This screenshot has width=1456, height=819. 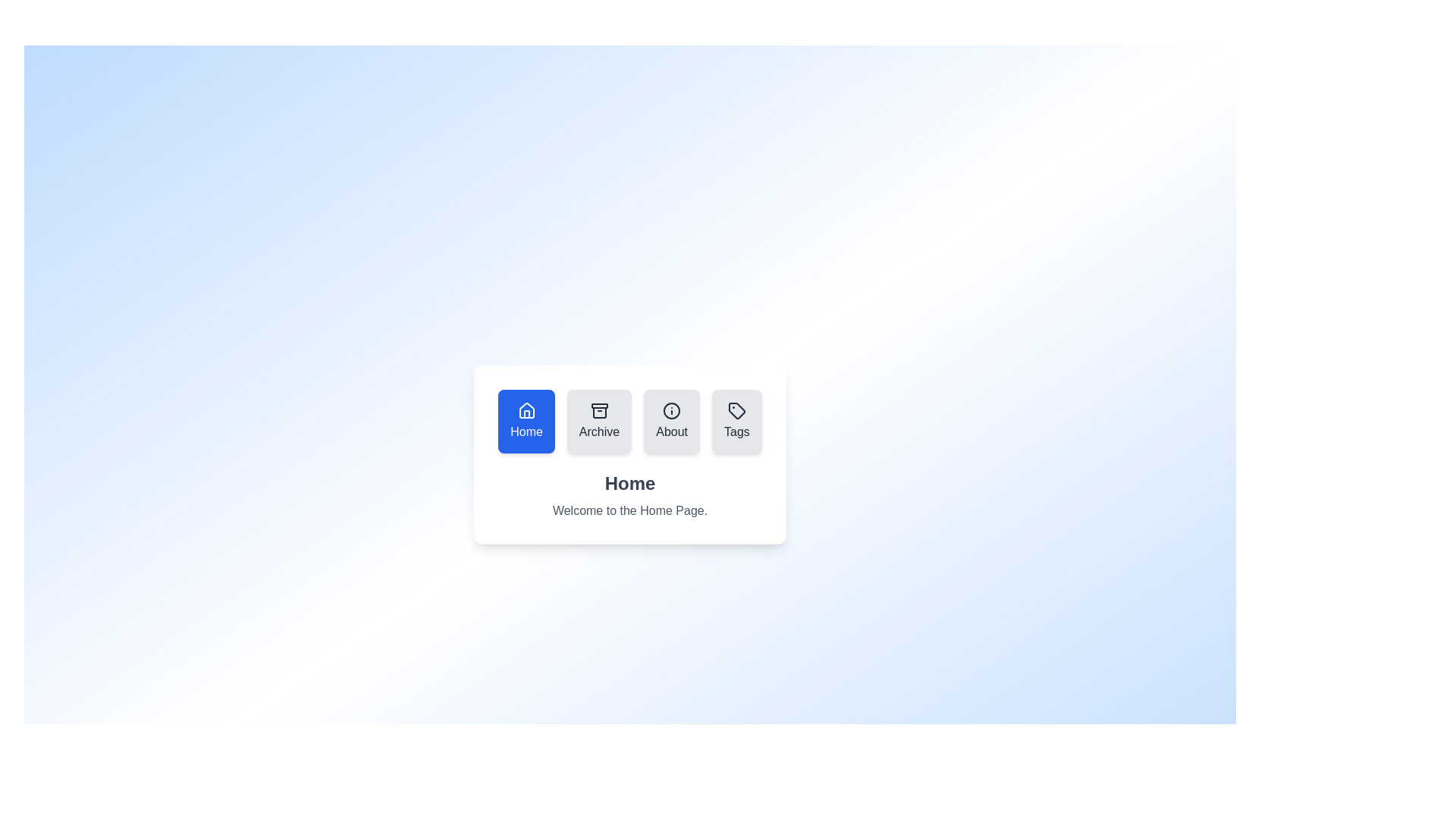 I want to click on the tab icon corresponding to About, so click(x=671, y=421).